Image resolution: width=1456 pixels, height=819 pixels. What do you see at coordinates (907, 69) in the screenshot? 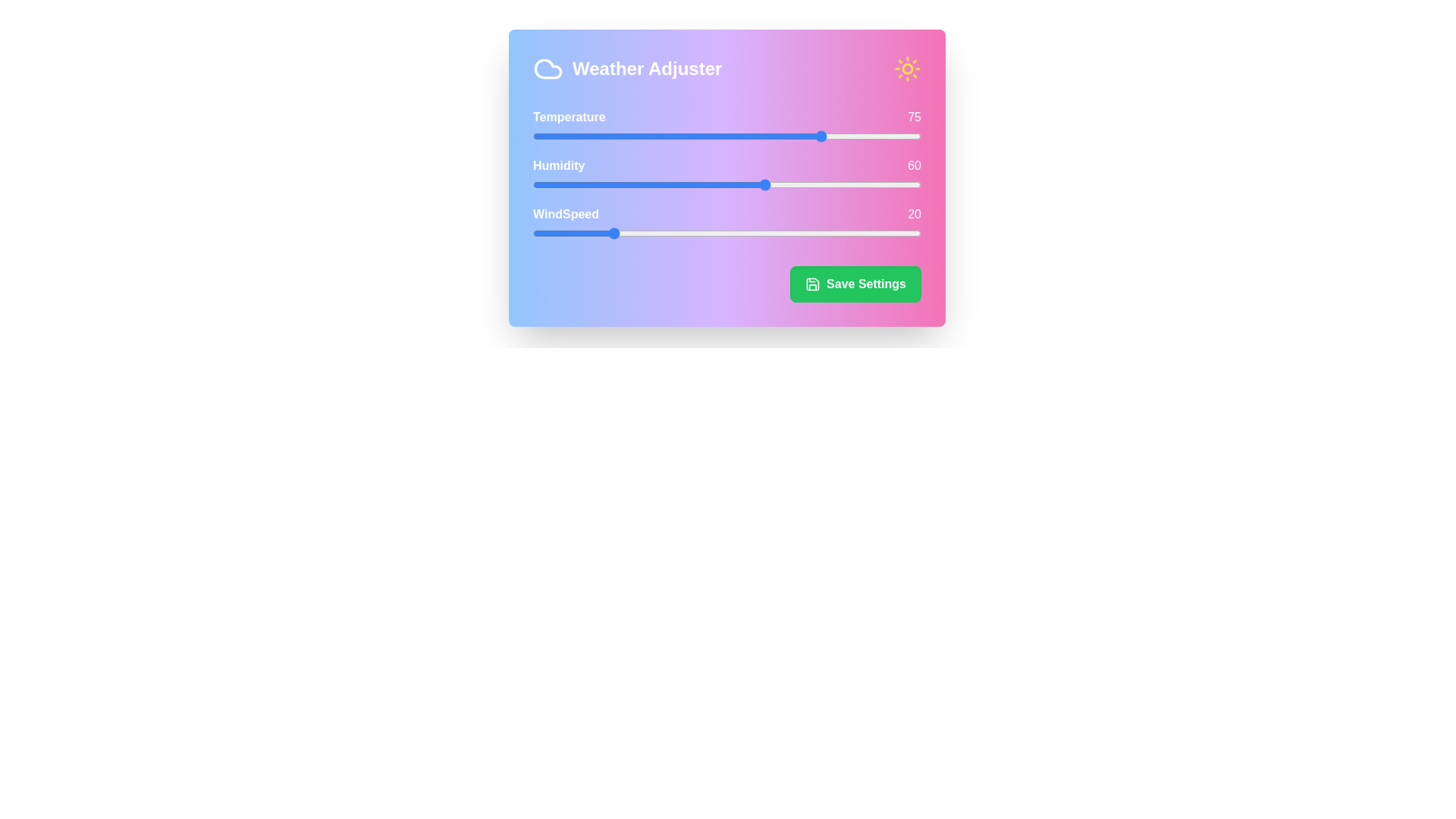
I see `the circular sun icon with surrounding rays, styled in bright yellow over a pink background, located at the upper-right corner of the weather adjustment interface` at bounding box center [907, 69].